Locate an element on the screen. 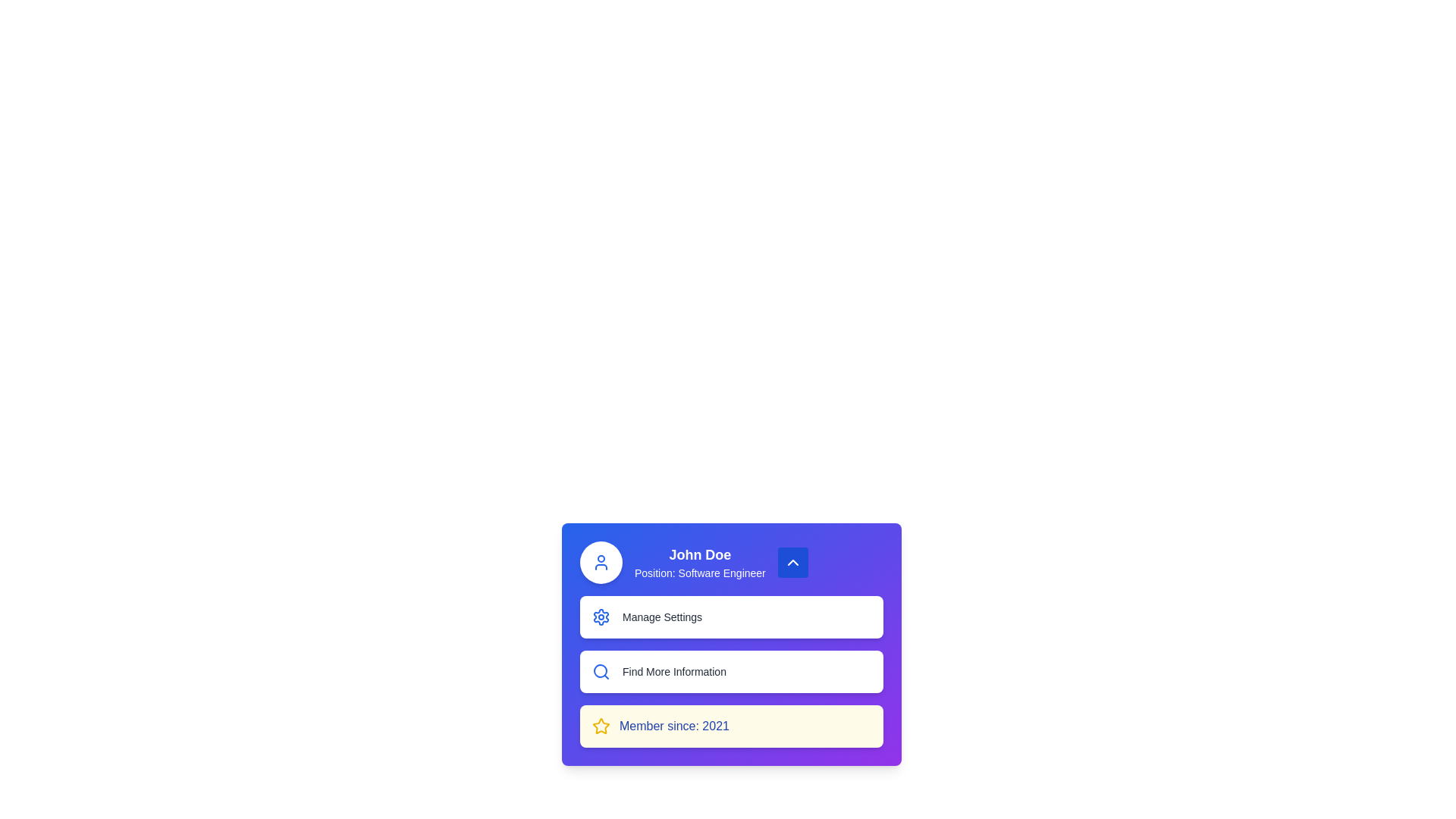 This screenshot has height=819, width=1456. the text label stating 'Find More Information', which is rendered in a small-sized, sans-serif font and positioned within the lower-middle region of the interface card is located at coordinates (673, 671).